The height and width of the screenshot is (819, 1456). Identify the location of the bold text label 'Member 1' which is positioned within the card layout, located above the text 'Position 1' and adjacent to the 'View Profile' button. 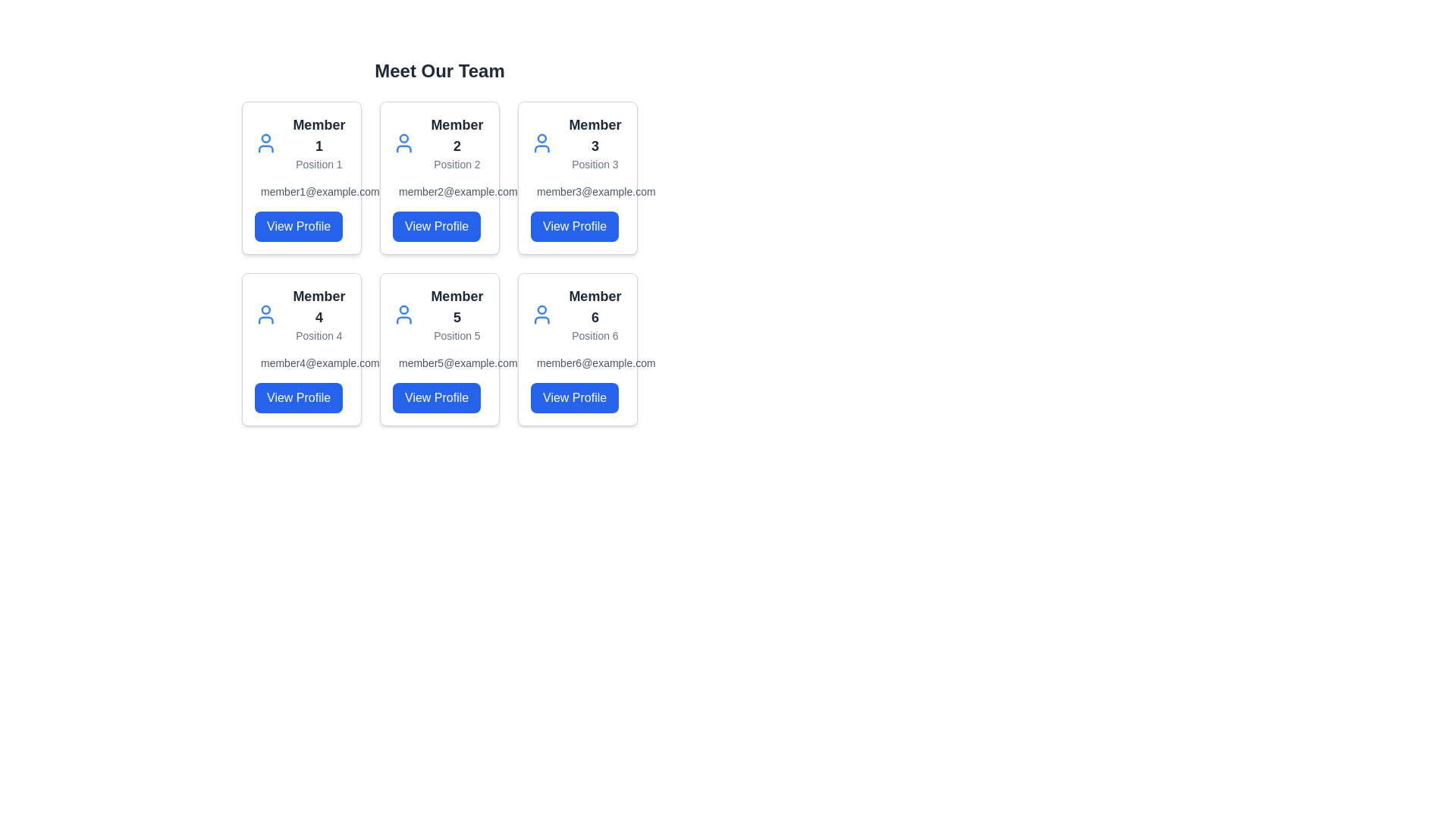
(318, 134).